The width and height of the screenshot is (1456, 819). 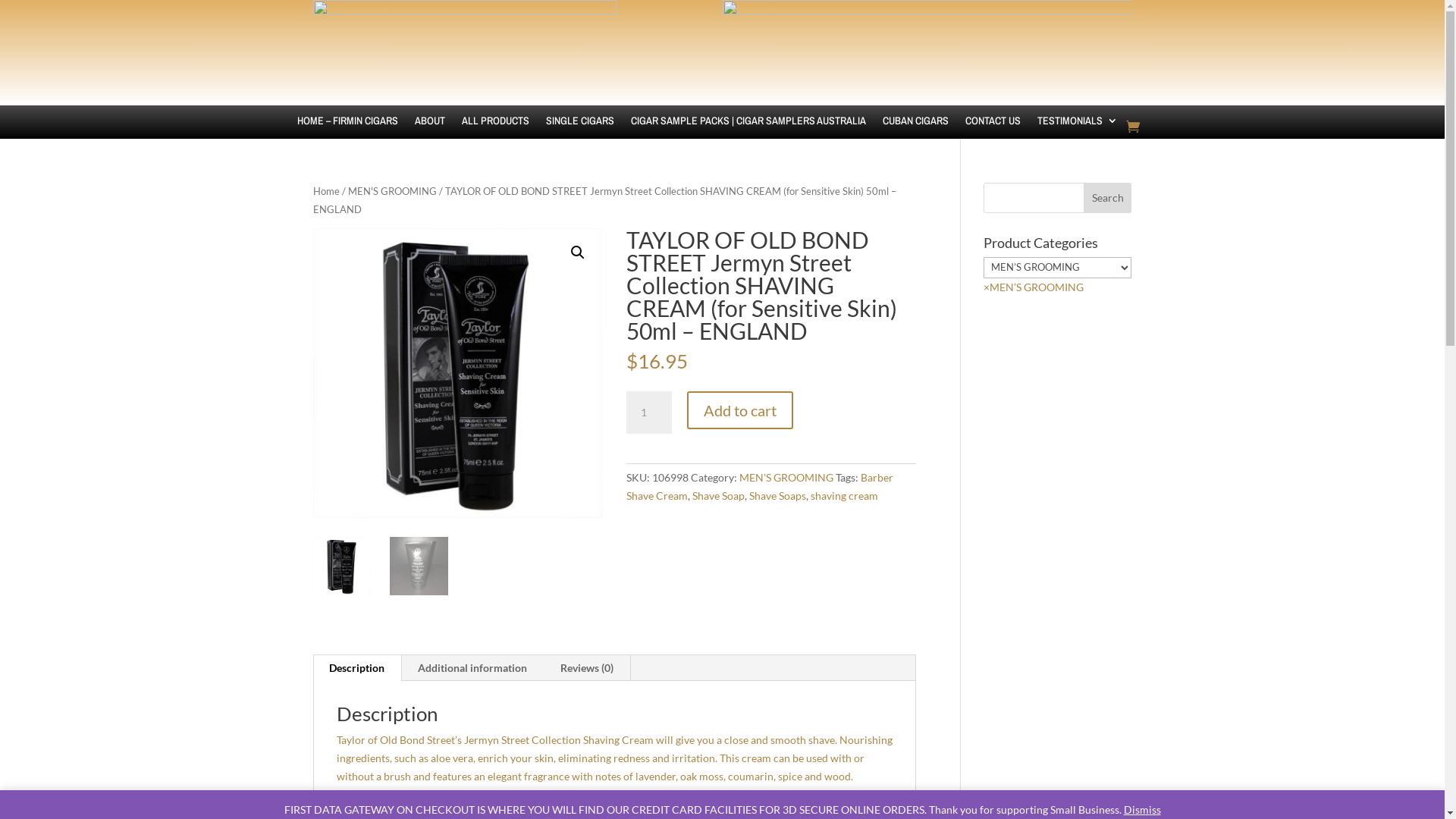 I want to click on 'shaving cream', so click(x=843, y=495).